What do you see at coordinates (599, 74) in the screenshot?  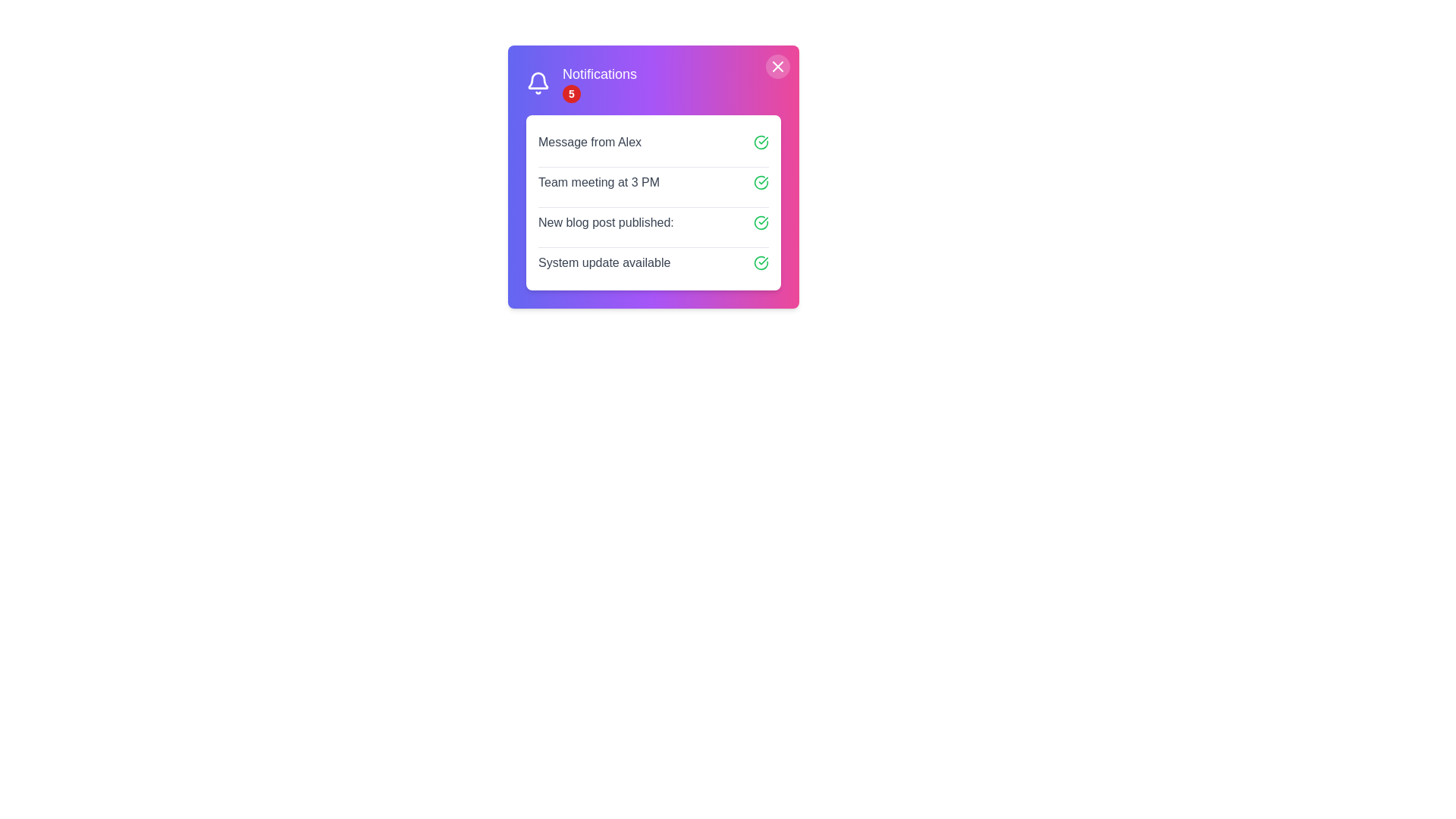 I see `the 'Notifications' text label, which is a medium-sized bold white font displayed on a gradient background in the notification panel` at bounding box center [599, 74].